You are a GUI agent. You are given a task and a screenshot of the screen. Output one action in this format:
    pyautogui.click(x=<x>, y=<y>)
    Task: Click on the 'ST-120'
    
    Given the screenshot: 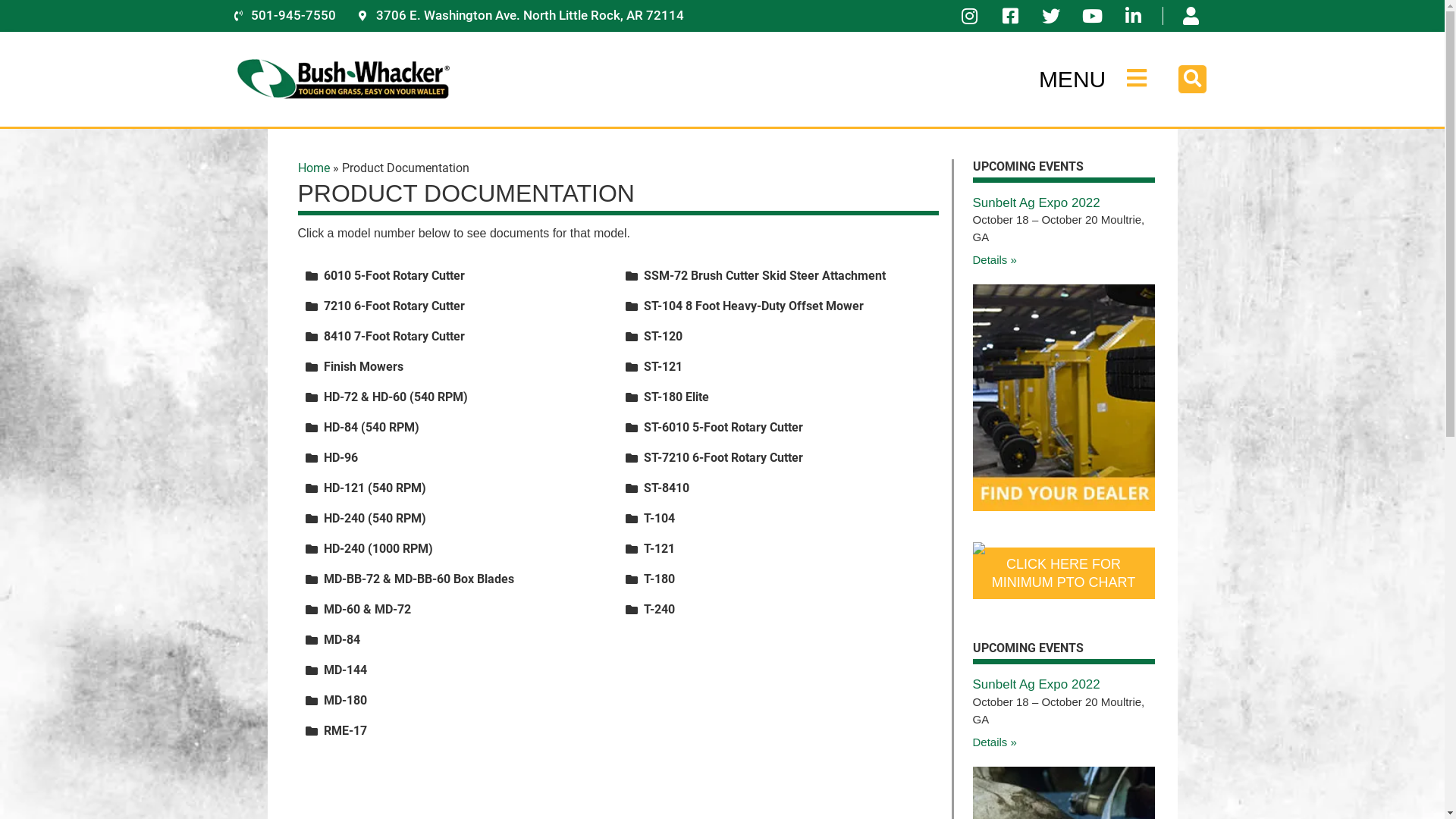 What is the action you would take?
    pyautogui.click(x=663, y=335)
    